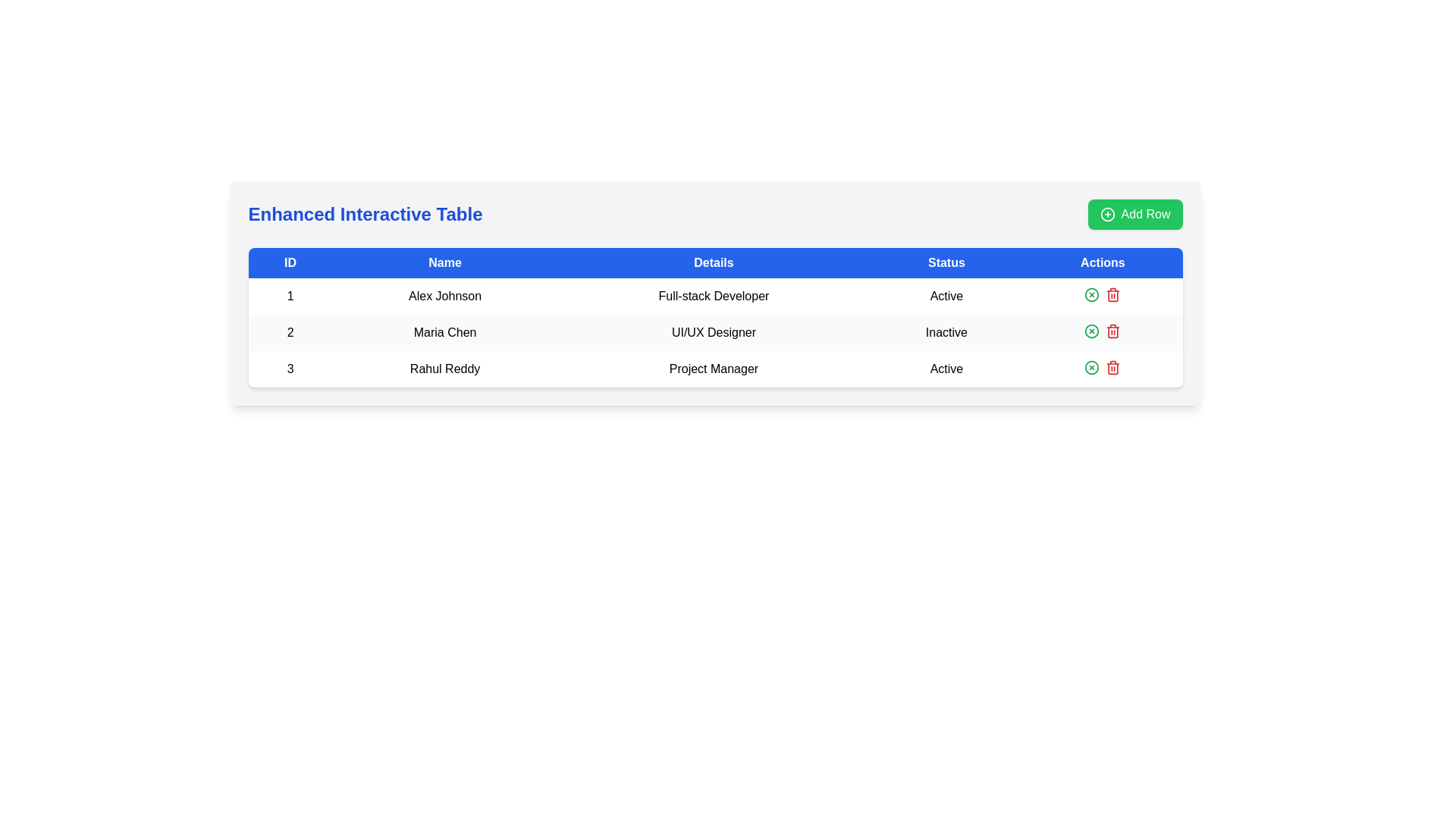  Describe the element at coordinates (713, 296) in the screenshot. I see `the Text Label that contains the text 'Full-stack Developer' located in the 'Details' column of the first row of the table` at that location.